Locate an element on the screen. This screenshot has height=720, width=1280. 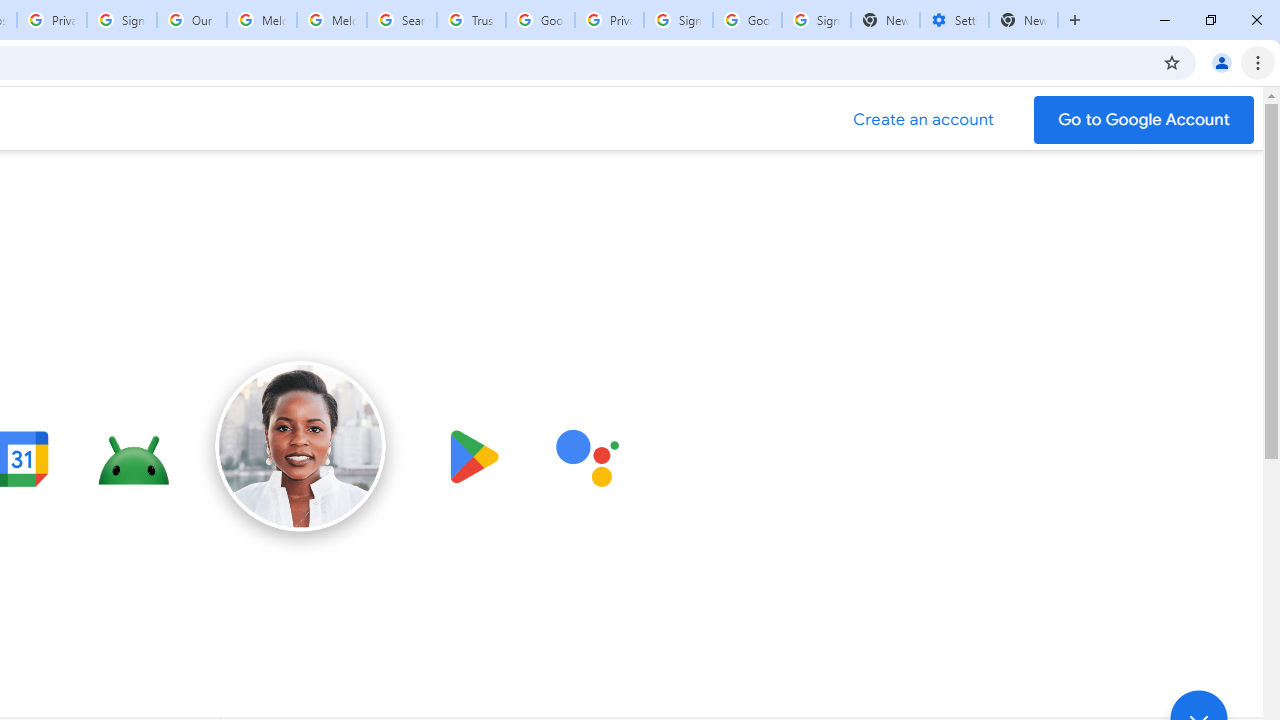
'Sign in - Google Accounts' is located at coordinates (678, 20).